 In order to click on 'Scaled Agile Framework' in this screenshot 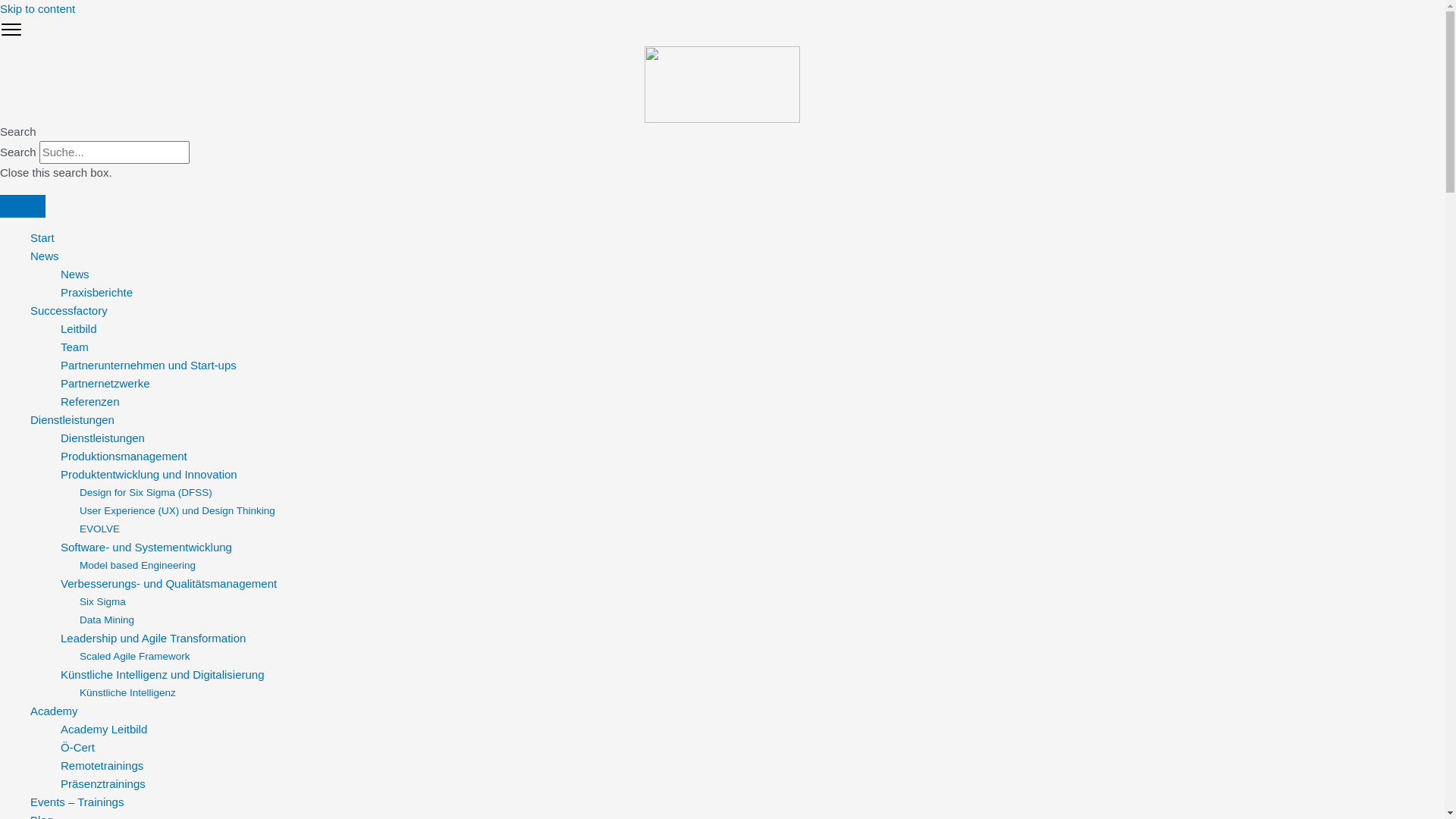, I will do `click(134, 655)`.